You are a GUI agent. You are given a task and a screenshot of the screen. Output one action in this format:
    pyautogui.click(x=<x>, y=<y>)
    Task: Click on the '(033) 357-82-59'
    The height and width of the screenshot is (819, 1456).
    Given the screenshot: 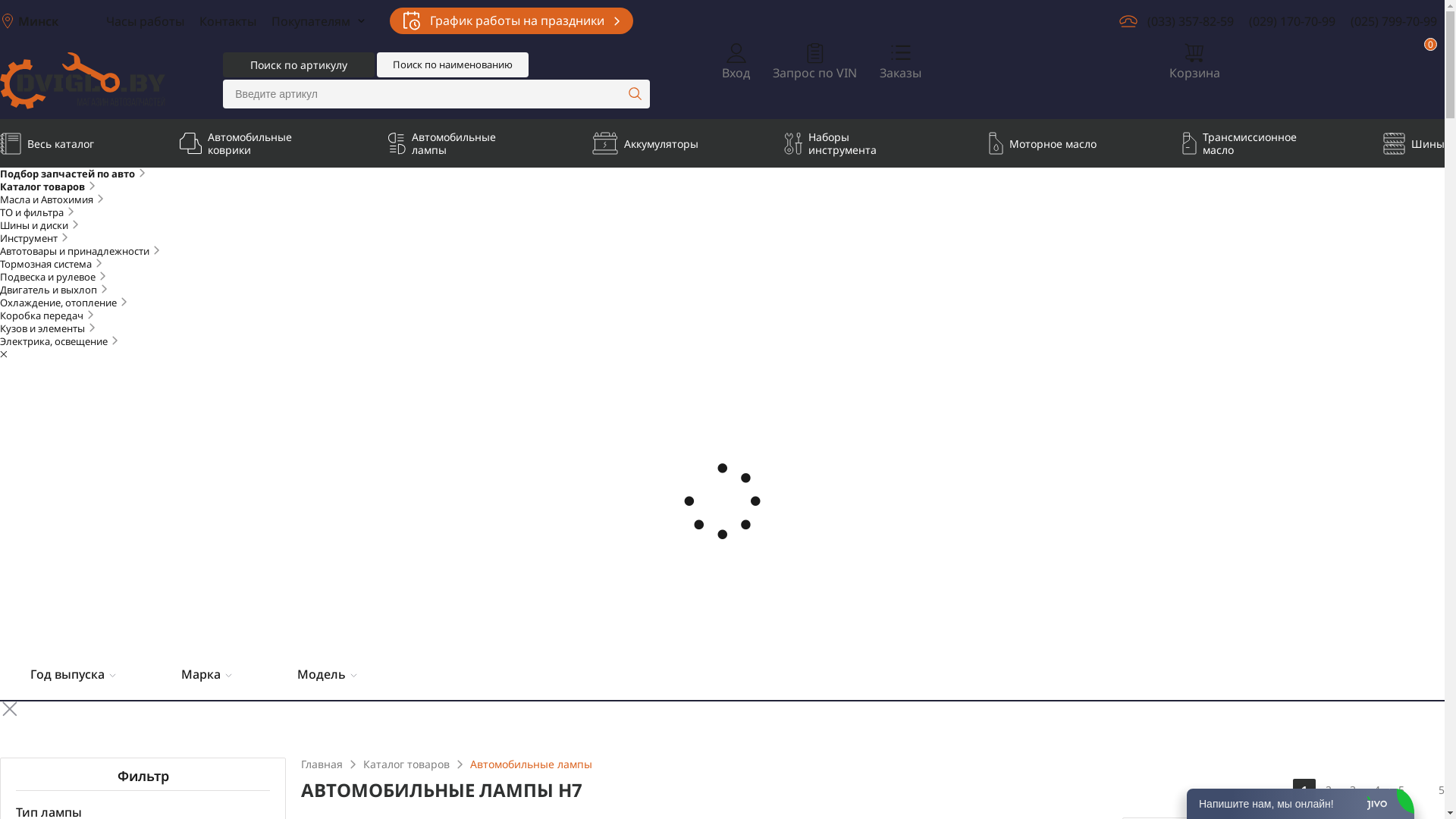 What is the action you would take?
    pyautogui.click(x=1189, y=20)
    